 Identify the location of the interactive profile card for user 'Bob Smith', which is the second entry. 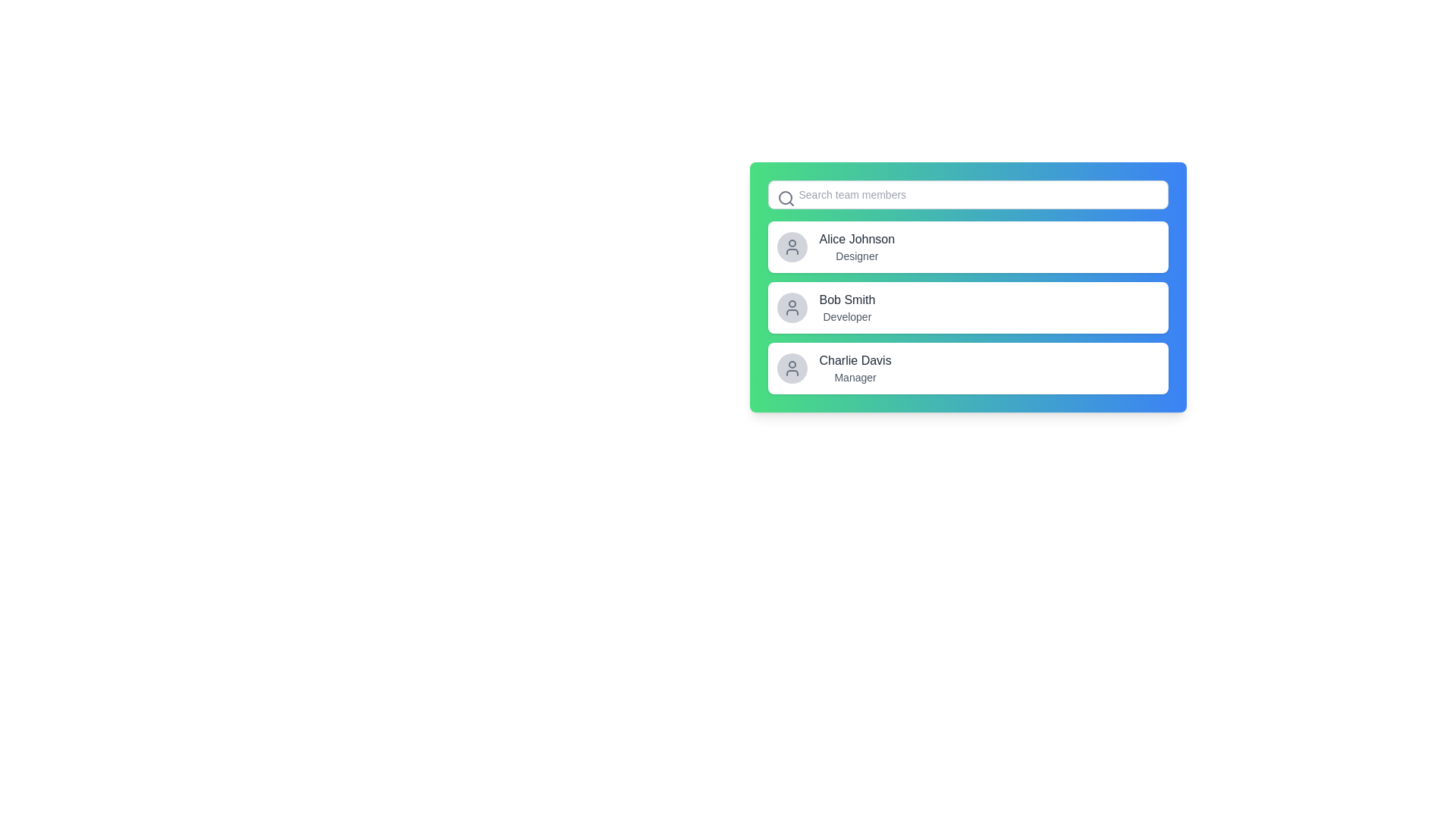
(967, 307).